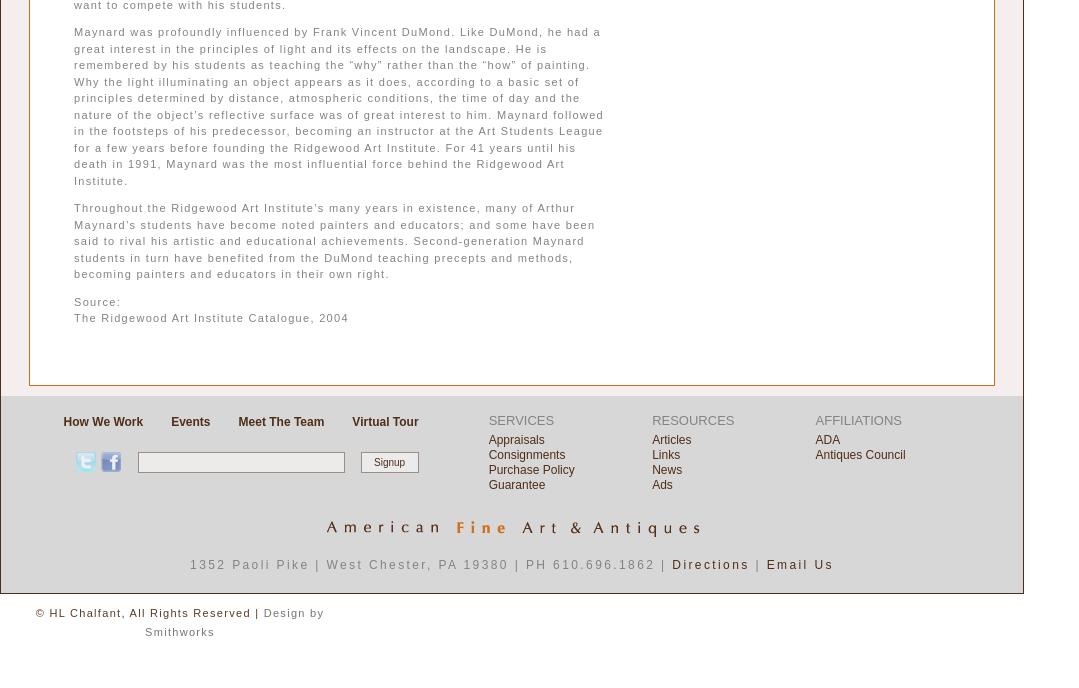  I want to click on 'Consignments', so click(526, 453).